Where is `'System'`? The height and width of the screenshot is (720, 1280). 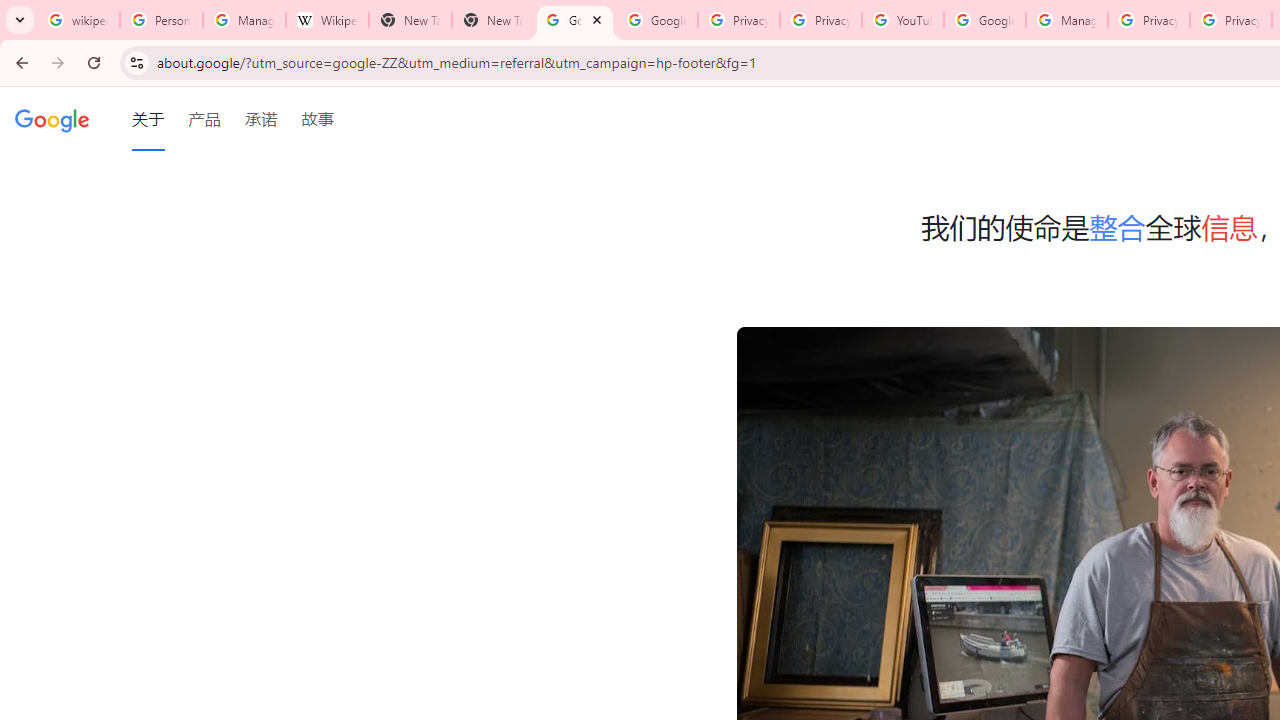
'System' is located at coordinates (10, 11).